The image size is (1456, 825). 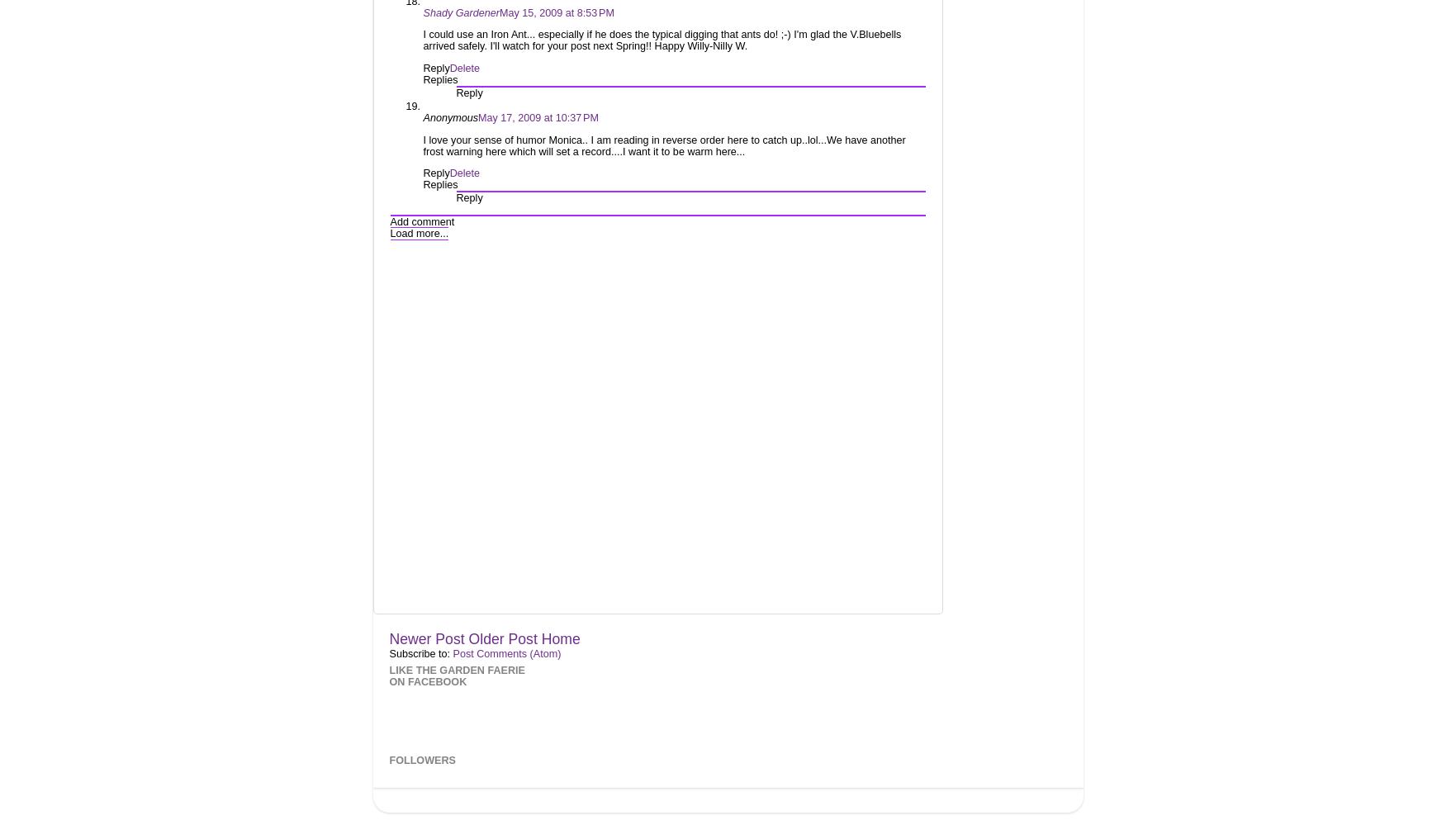 What do you see at coordinates (502, 638) in the screenshot?
I see `'Older Post'` at bounding box center [502, 638].